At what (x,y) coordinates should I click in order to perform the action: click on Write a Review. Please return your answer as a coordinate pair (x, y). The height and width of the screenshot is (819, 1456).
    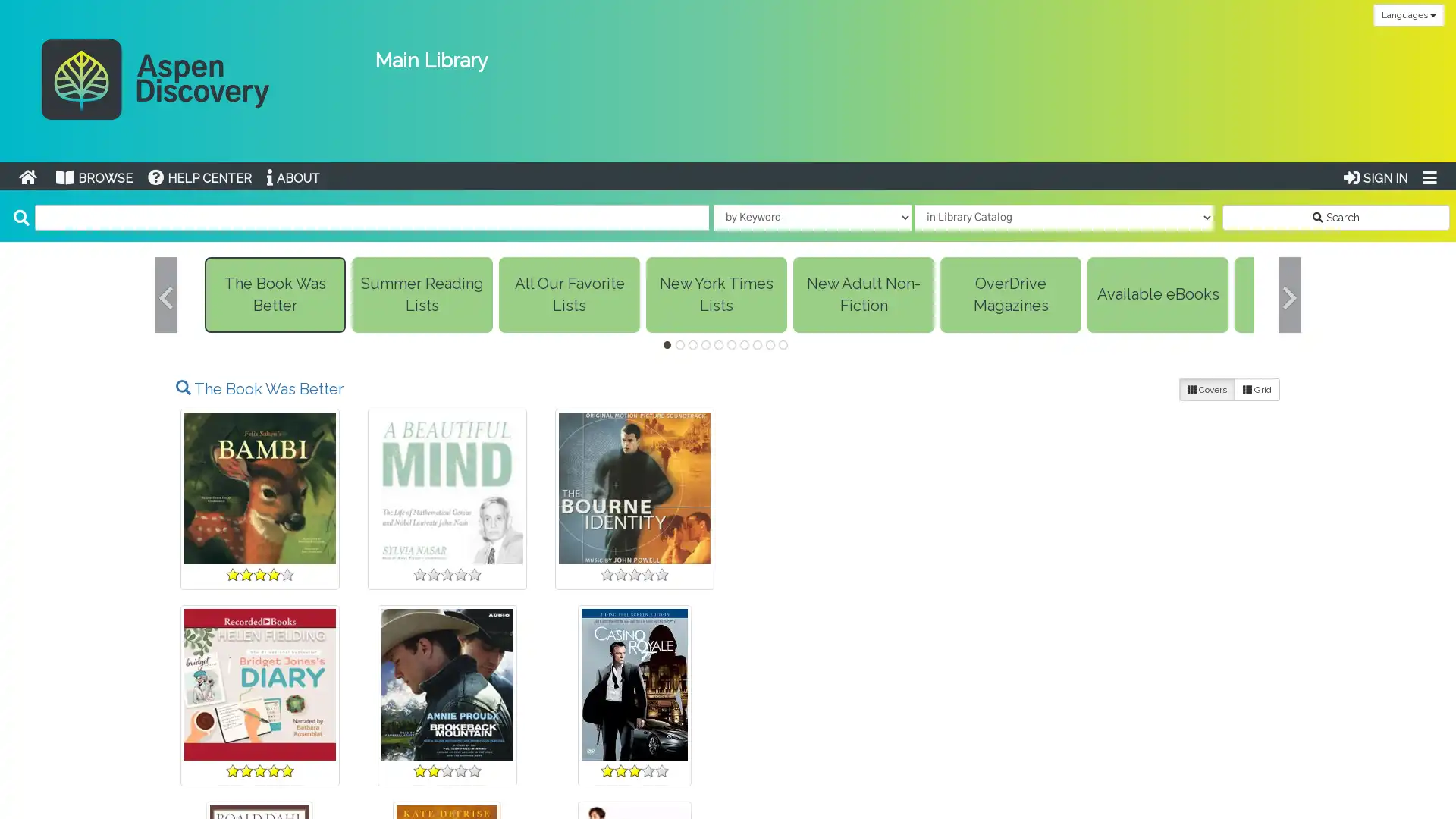
    Looking at the image, I should click on (1008, 772).